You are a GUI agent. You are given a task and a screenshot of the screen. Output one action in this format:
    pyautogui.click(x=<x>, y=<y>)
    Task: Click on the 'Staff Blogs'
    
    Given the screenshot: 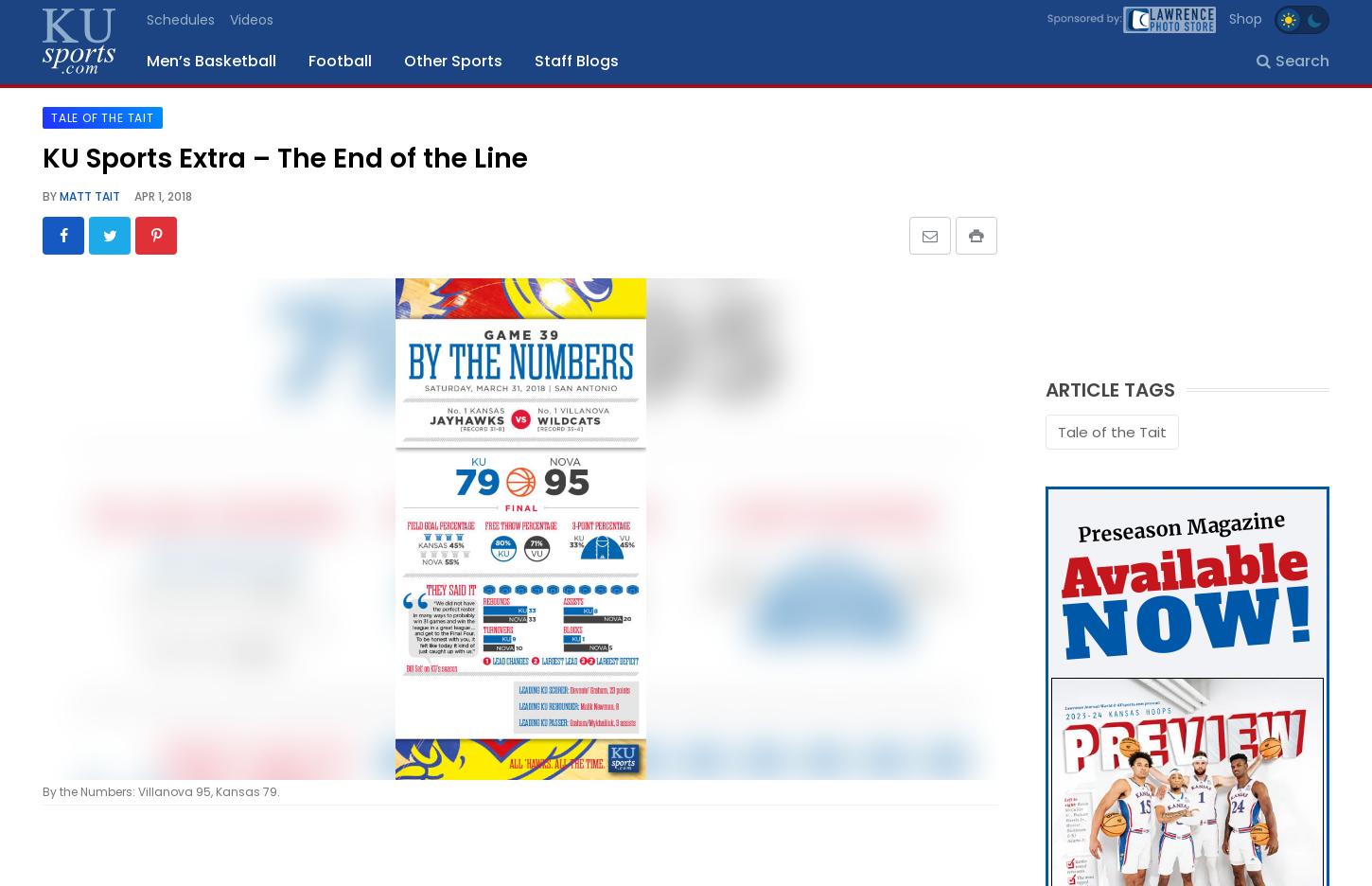 What is the action you would take?
    pyautogui.click(x=535, y=60)
    